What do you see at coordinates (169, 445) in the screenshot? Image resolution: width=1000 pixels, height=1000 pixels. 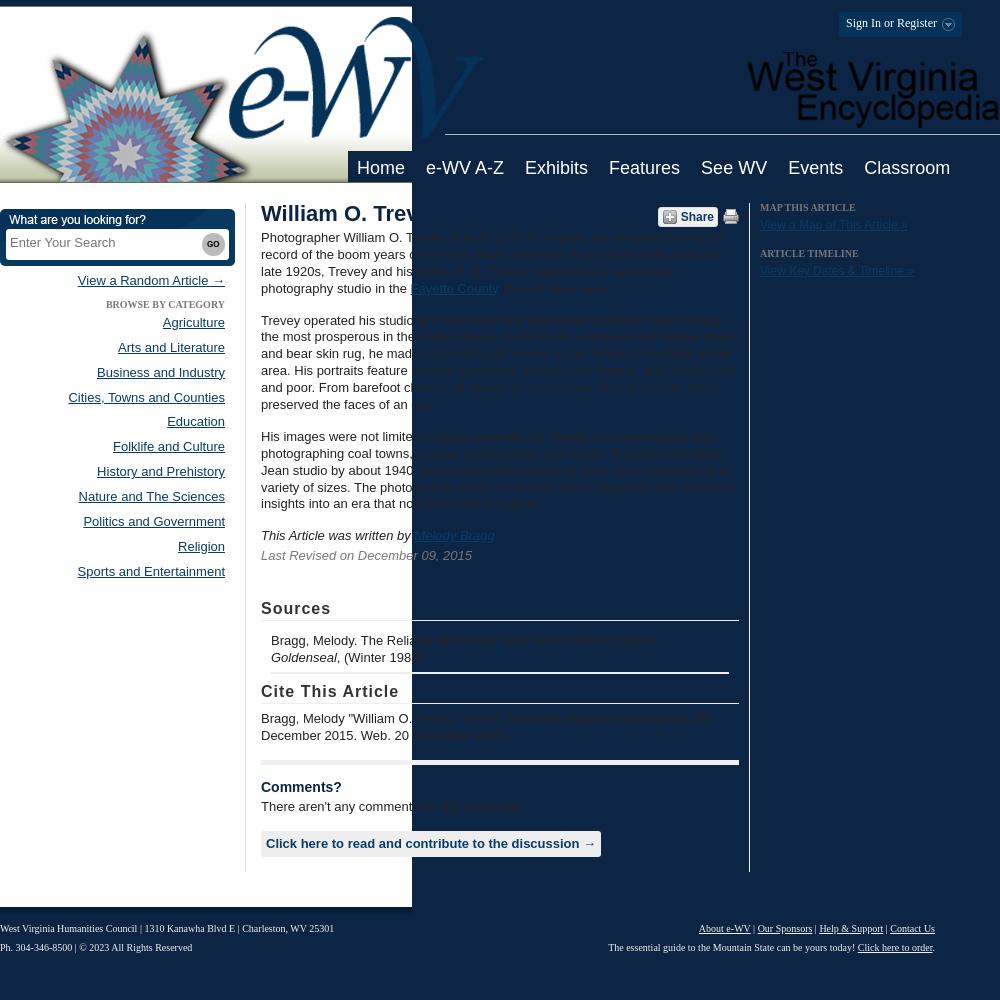 I see `'Folklife and Culture'` at bounding box center [169, 445].